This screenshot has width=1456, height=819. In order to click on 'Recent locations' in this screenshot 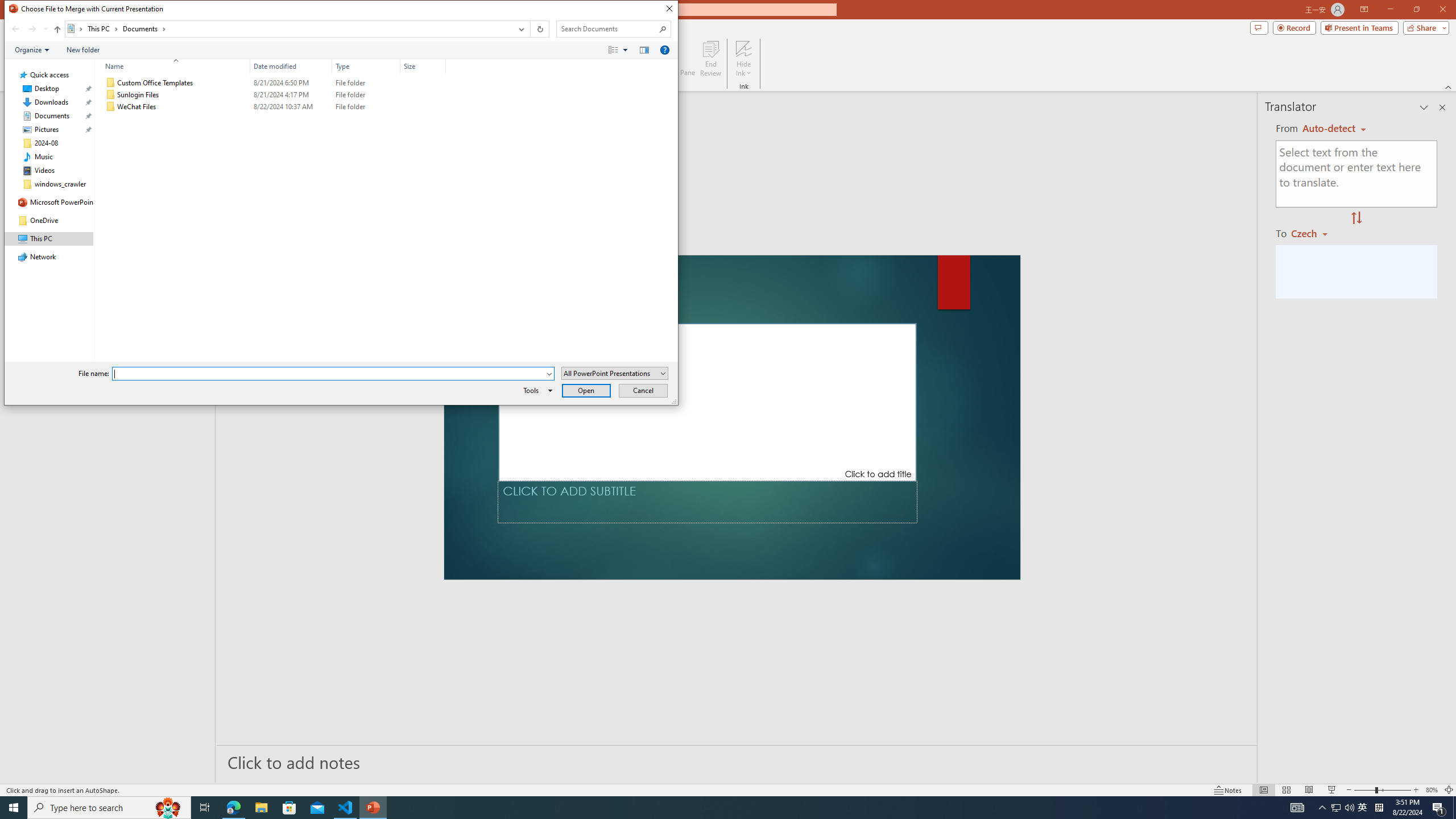, I will do `click(44, 28)`.